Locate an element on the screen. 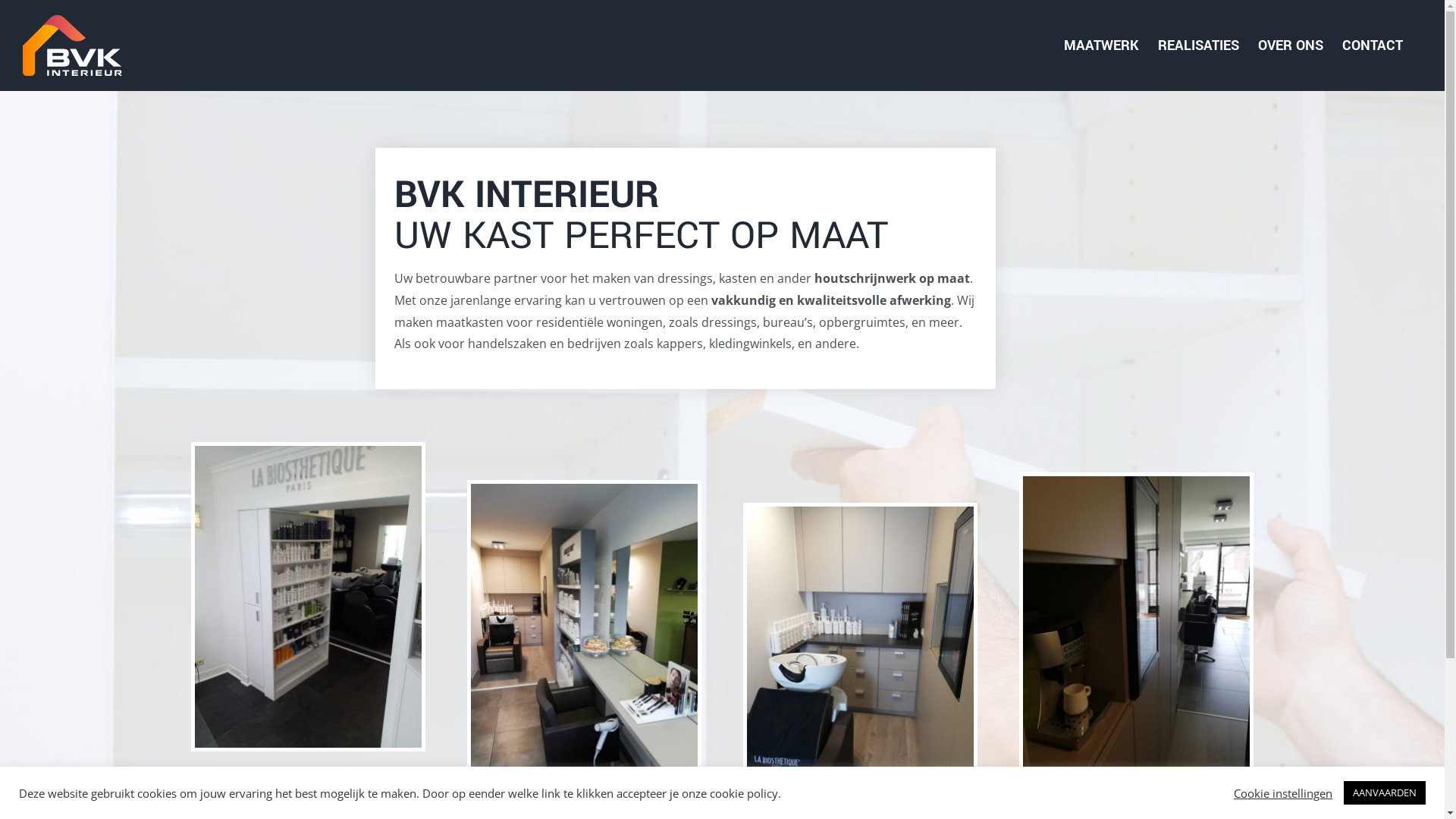  'CONTACT' is located at coordinates (1372, 45).